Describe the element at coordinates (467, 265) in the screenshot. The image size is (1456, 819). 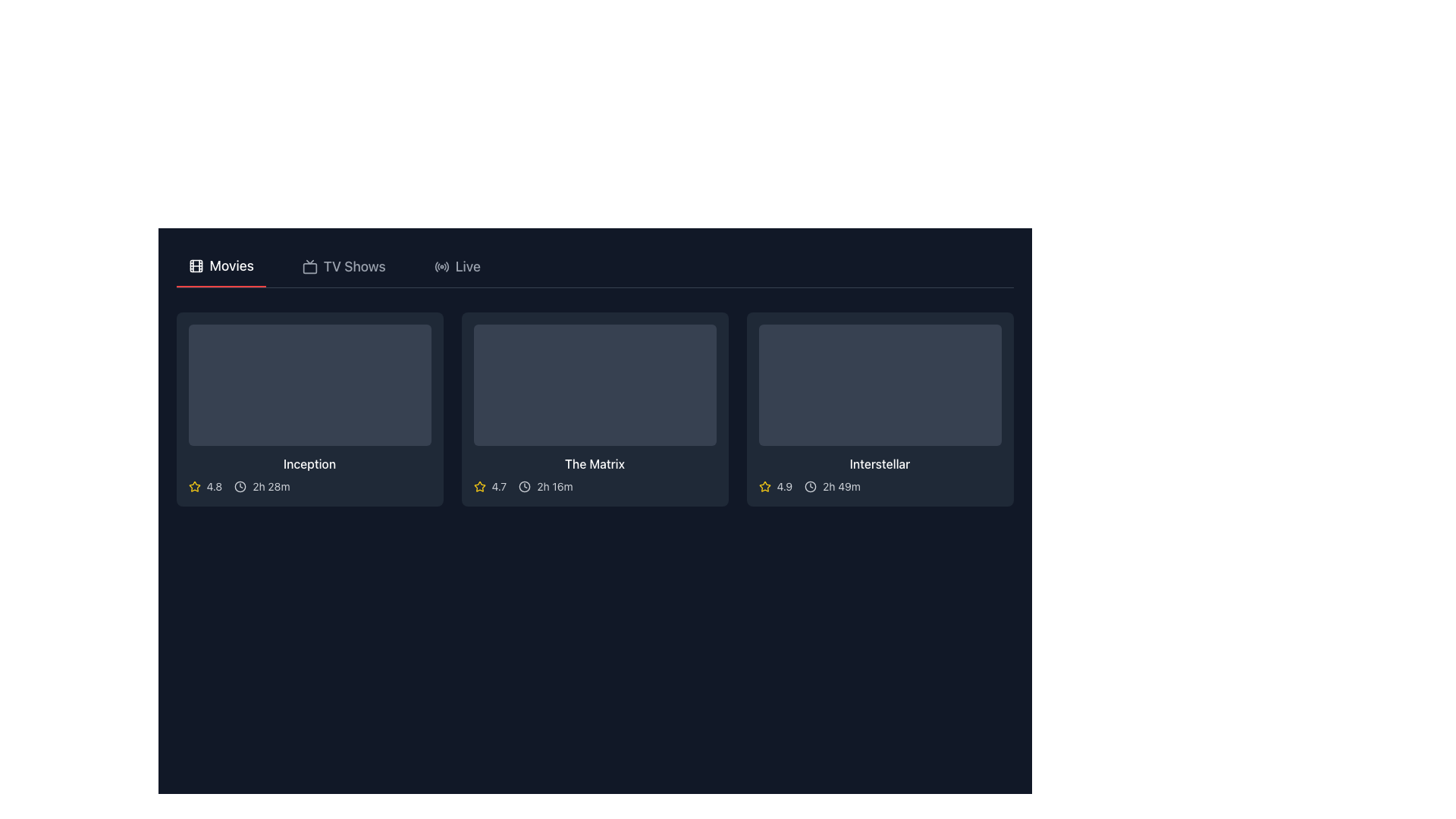
I see `the 'Live' text label located in the upper navigation segment of the interface, positioned to the right of the 'TV Shows' section, to potentially reveal tooltip or effects` at that location.